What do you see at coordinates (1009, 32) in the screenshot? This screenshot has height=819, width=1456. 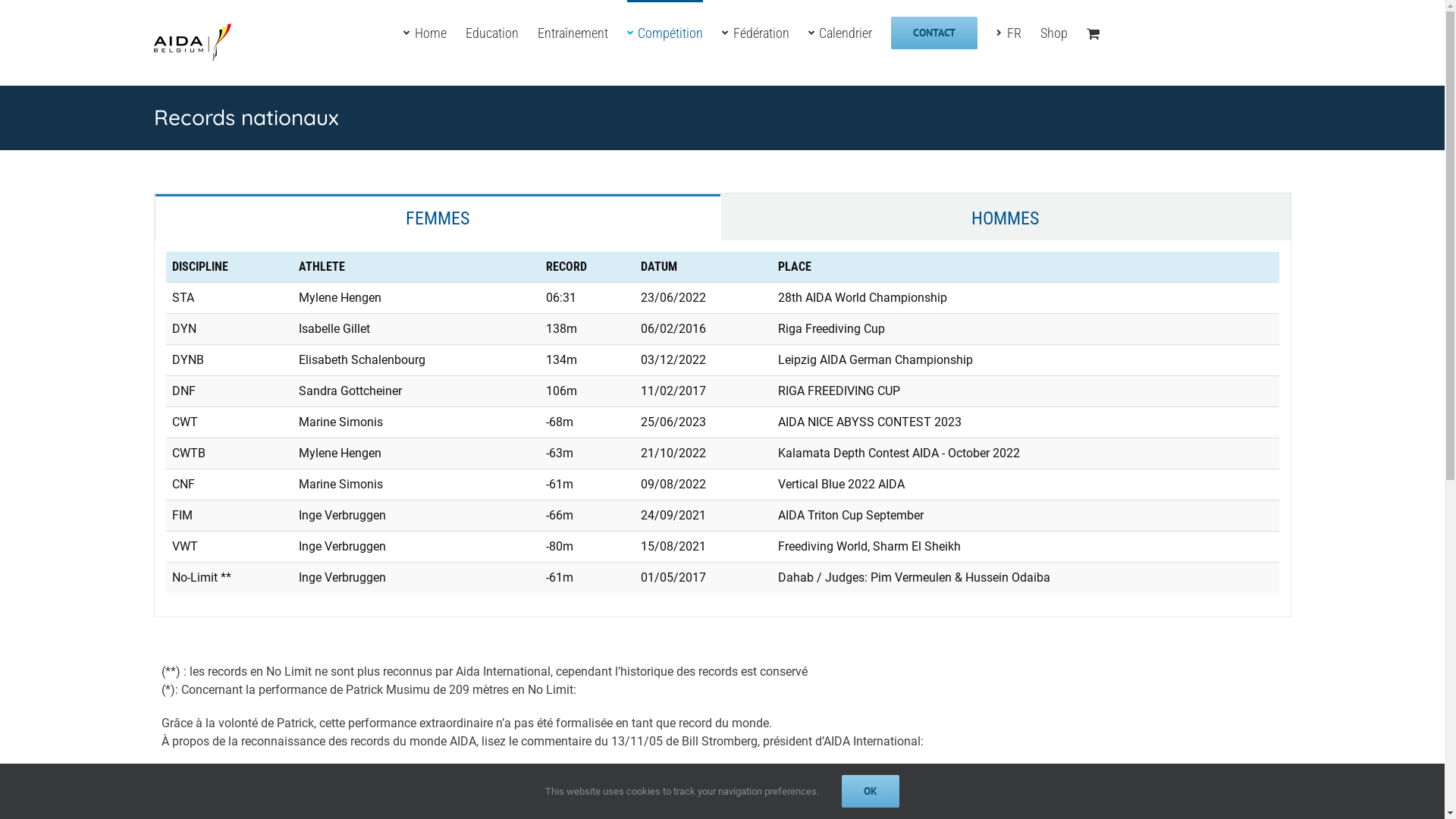 I see `'FR'` at bounding box center [1009, 32].